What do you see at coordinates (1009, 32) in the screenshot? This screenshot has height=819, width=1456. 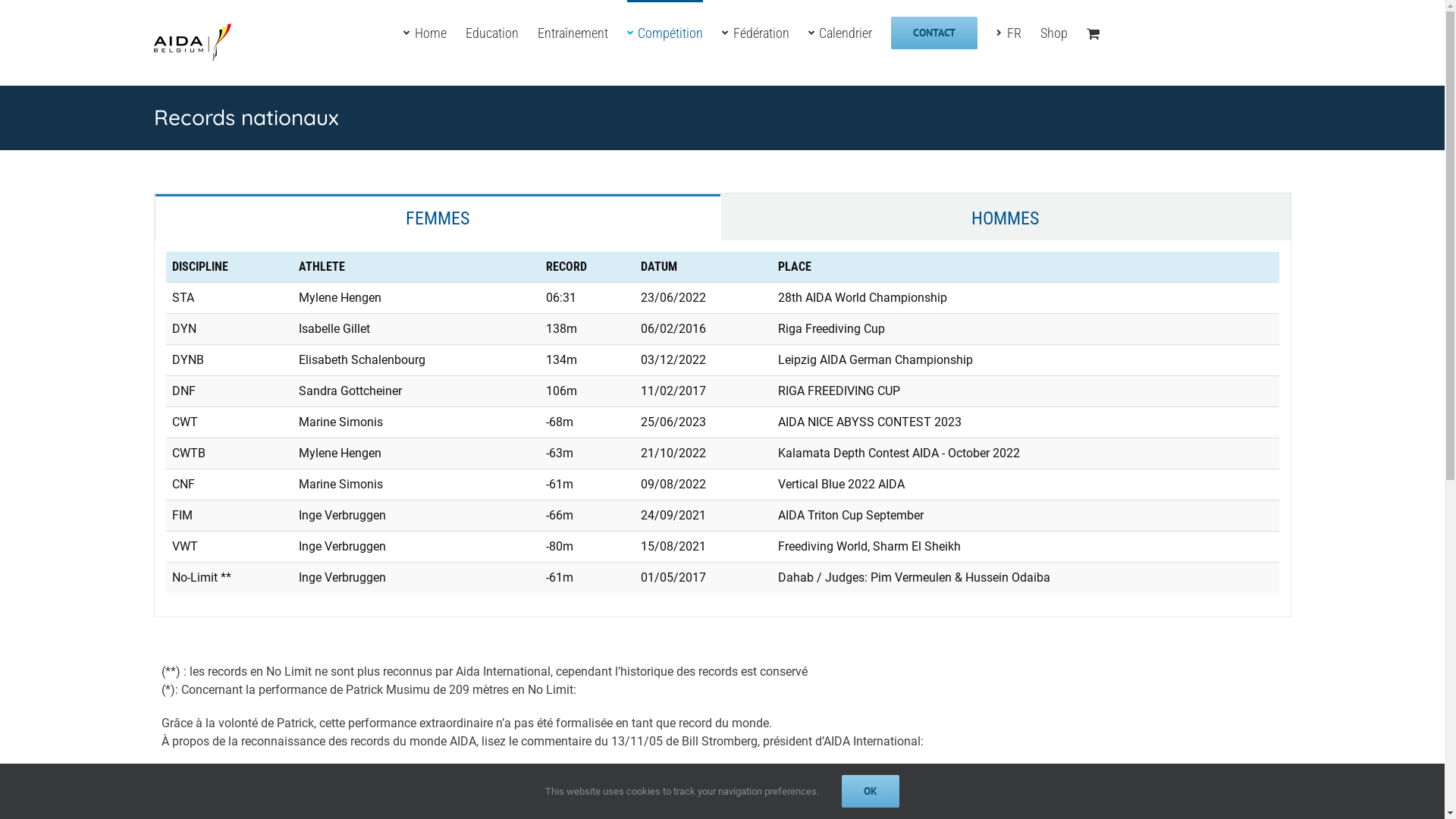 I see `'FR'` at bounding box center [1009, 32].